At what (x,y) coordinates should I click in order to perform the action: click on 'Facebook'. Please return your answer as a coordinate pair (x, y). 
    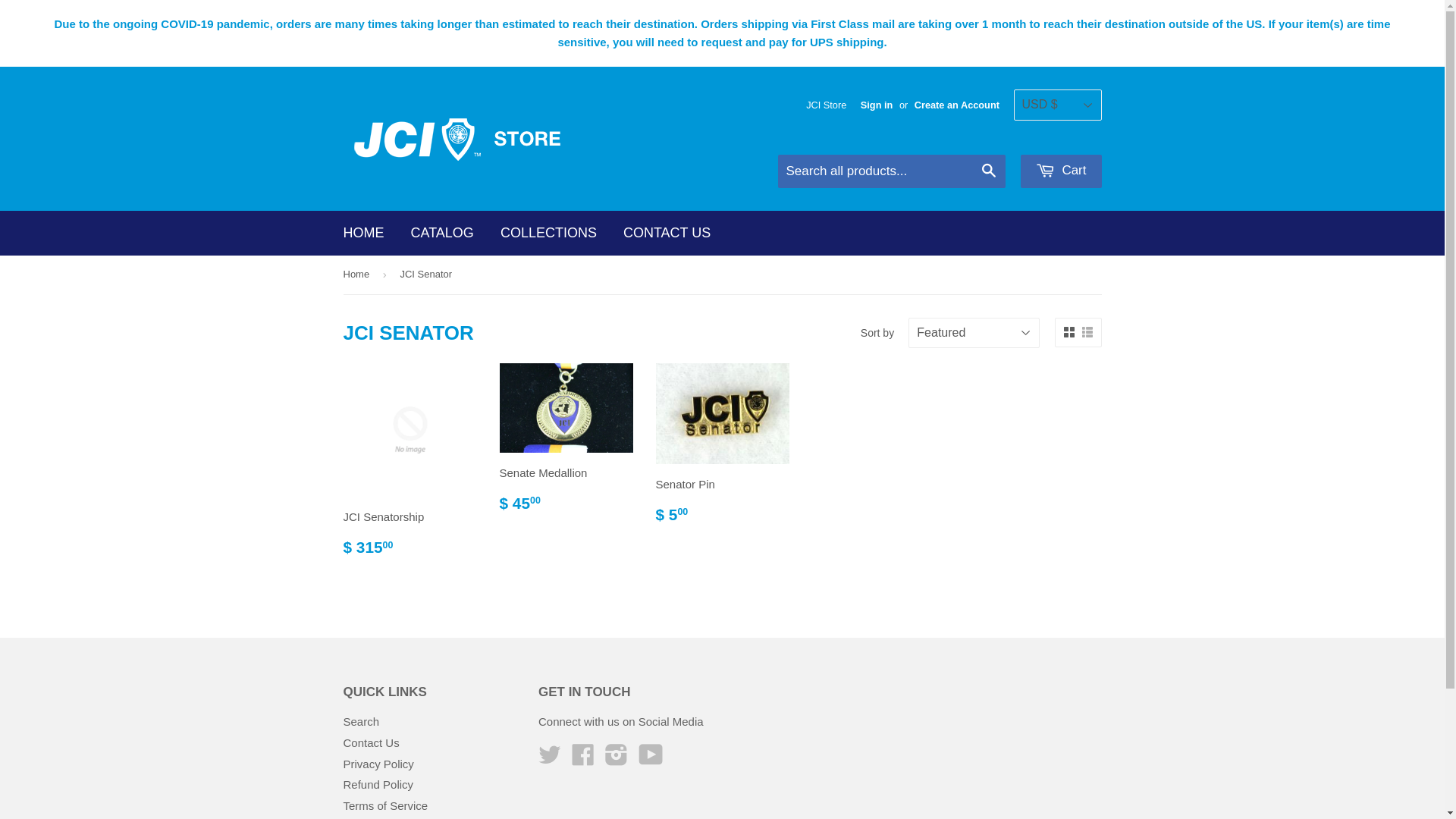
    Looking at the image, I should click on (582, 759).